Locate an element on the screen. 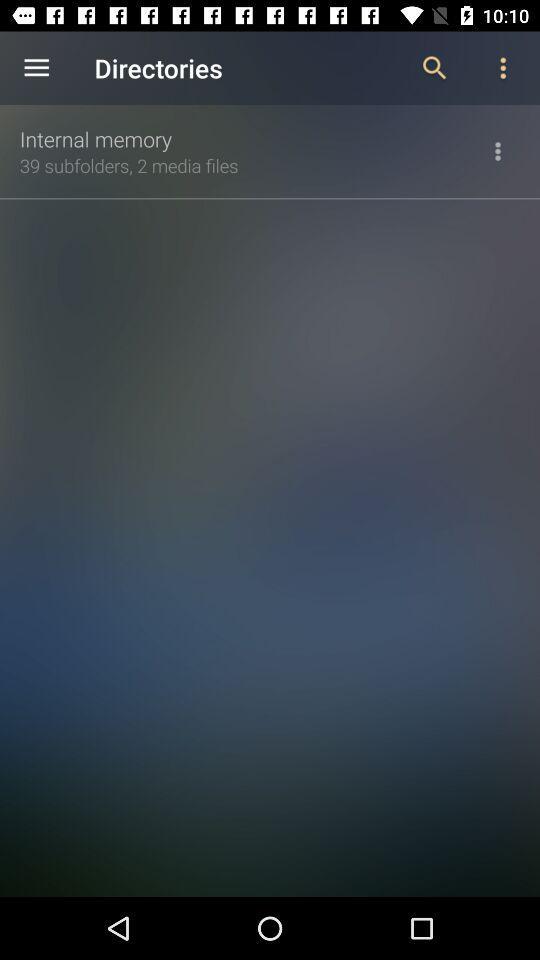  the item above the internal memory is located at coordinates (36, 68).